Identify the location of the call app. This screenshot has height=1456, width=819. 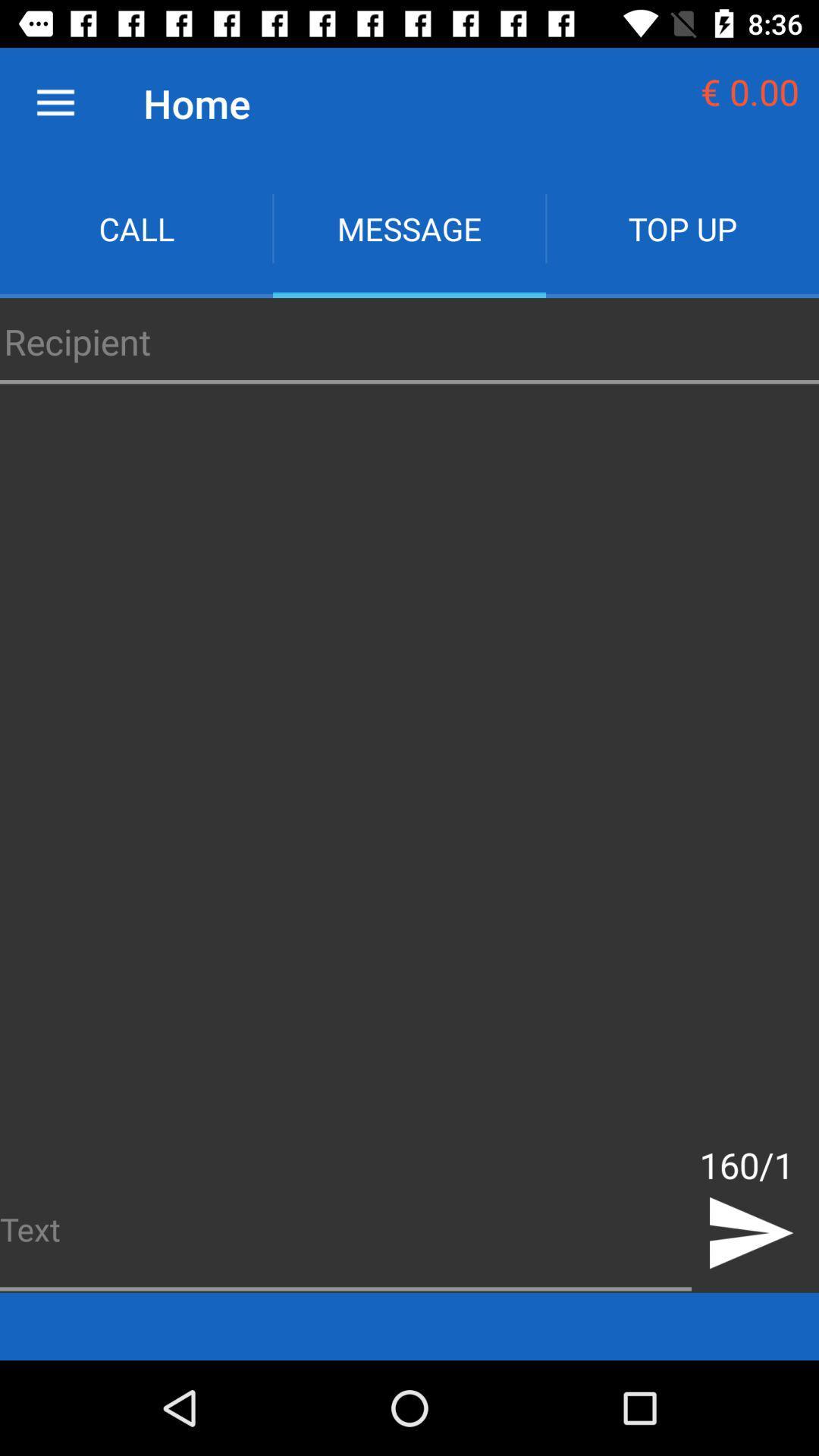
(136, 227).